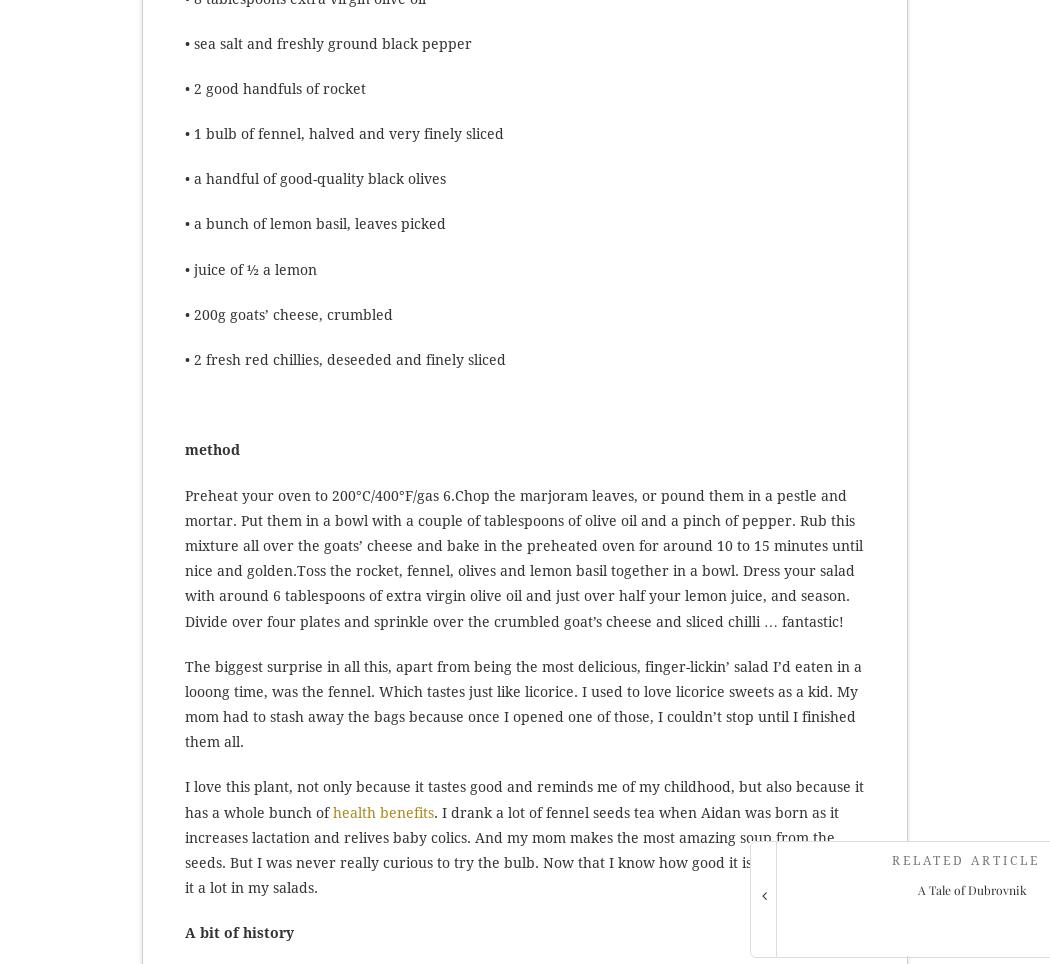  Describe the element at coordinates (239, 932) in the screenshot. I see `'A bit of history'` at that location.